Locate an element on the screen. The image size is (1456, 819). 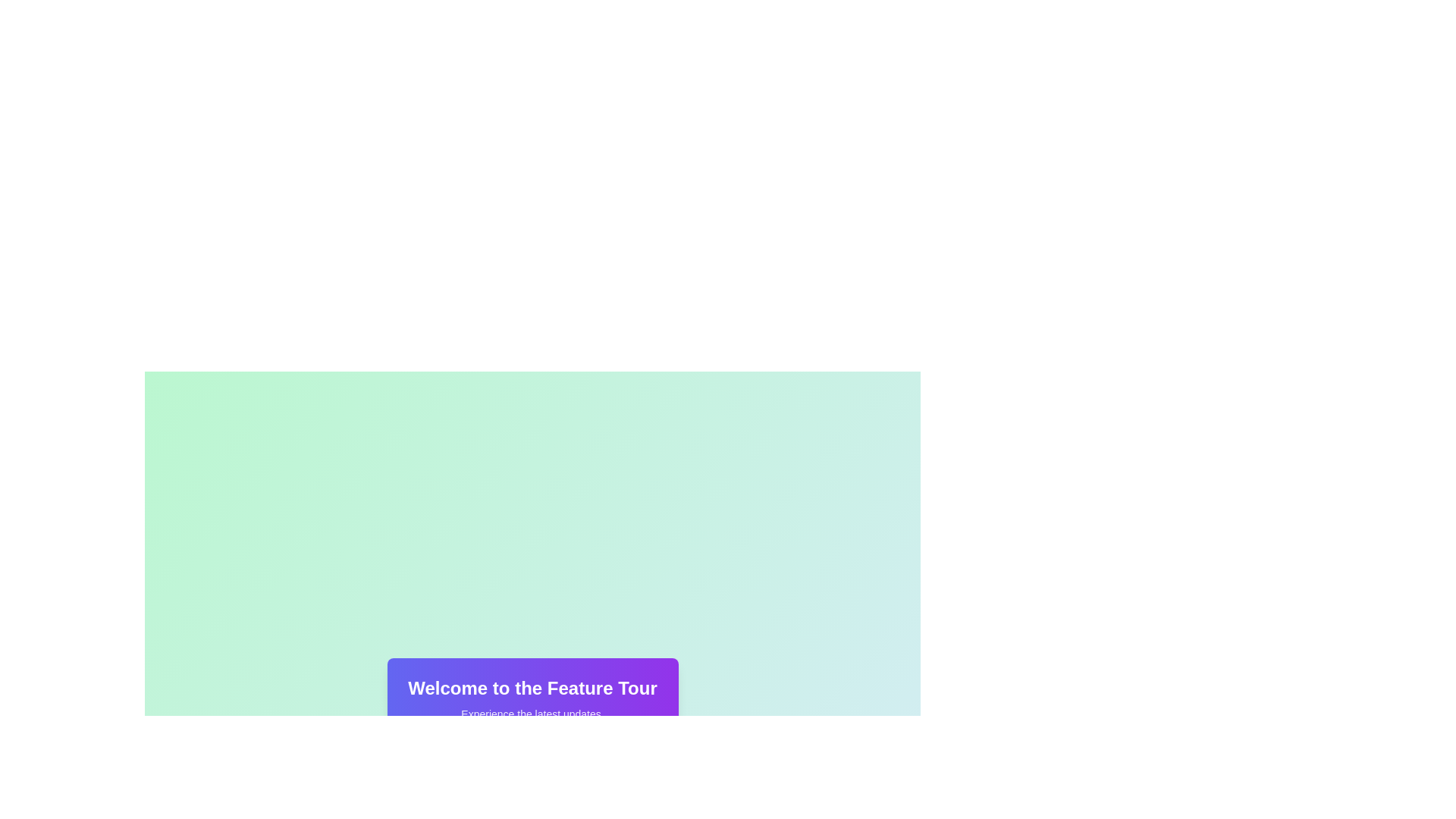
the welcoming message area that introduces the feature tour and highlights recent updates for accessibility is located at coordinates (532, 698).